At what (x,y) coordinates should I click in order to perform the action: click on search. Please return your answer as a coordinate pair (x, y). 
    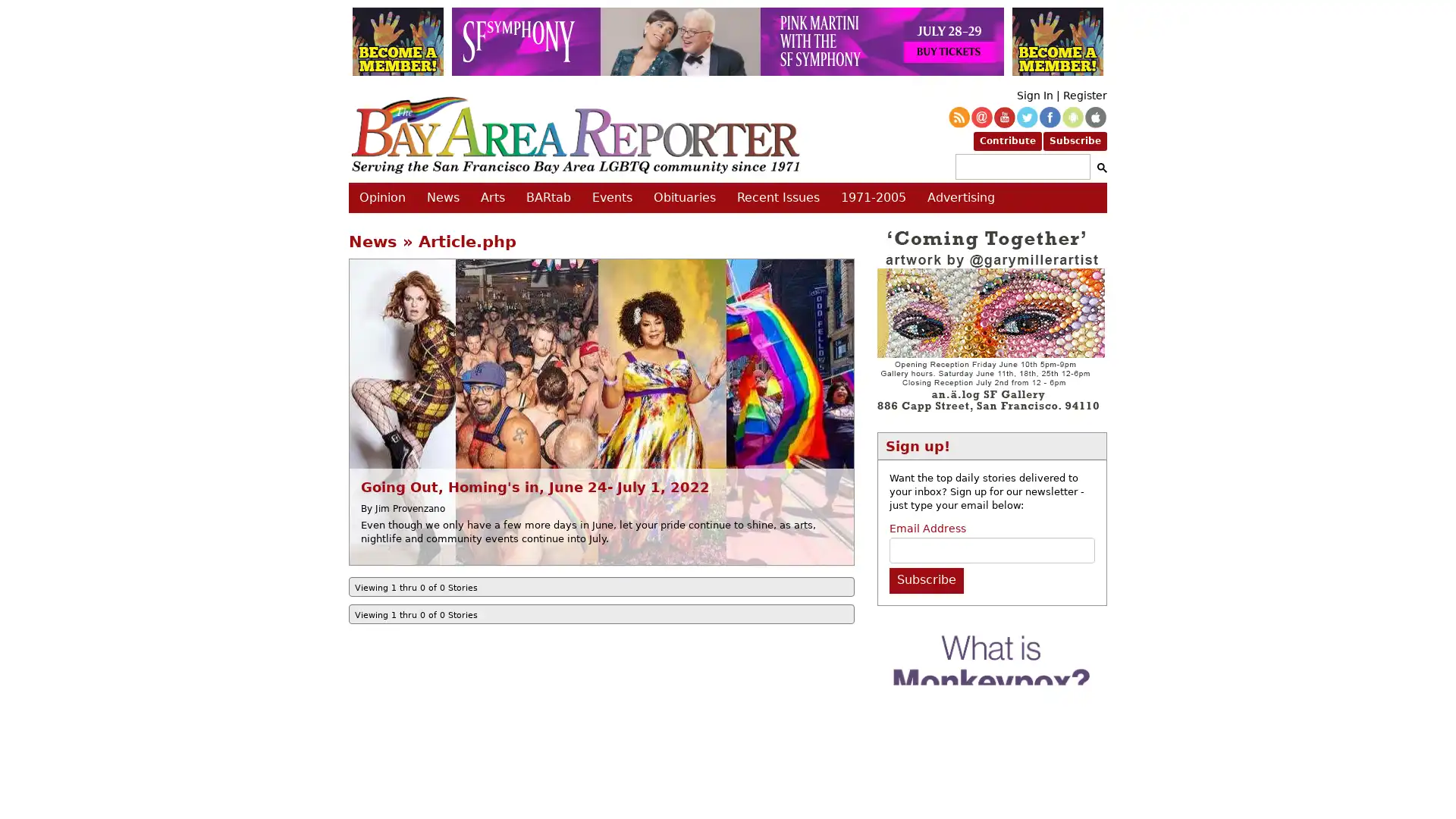
    Looking at the image, I should click on (1099, 167).